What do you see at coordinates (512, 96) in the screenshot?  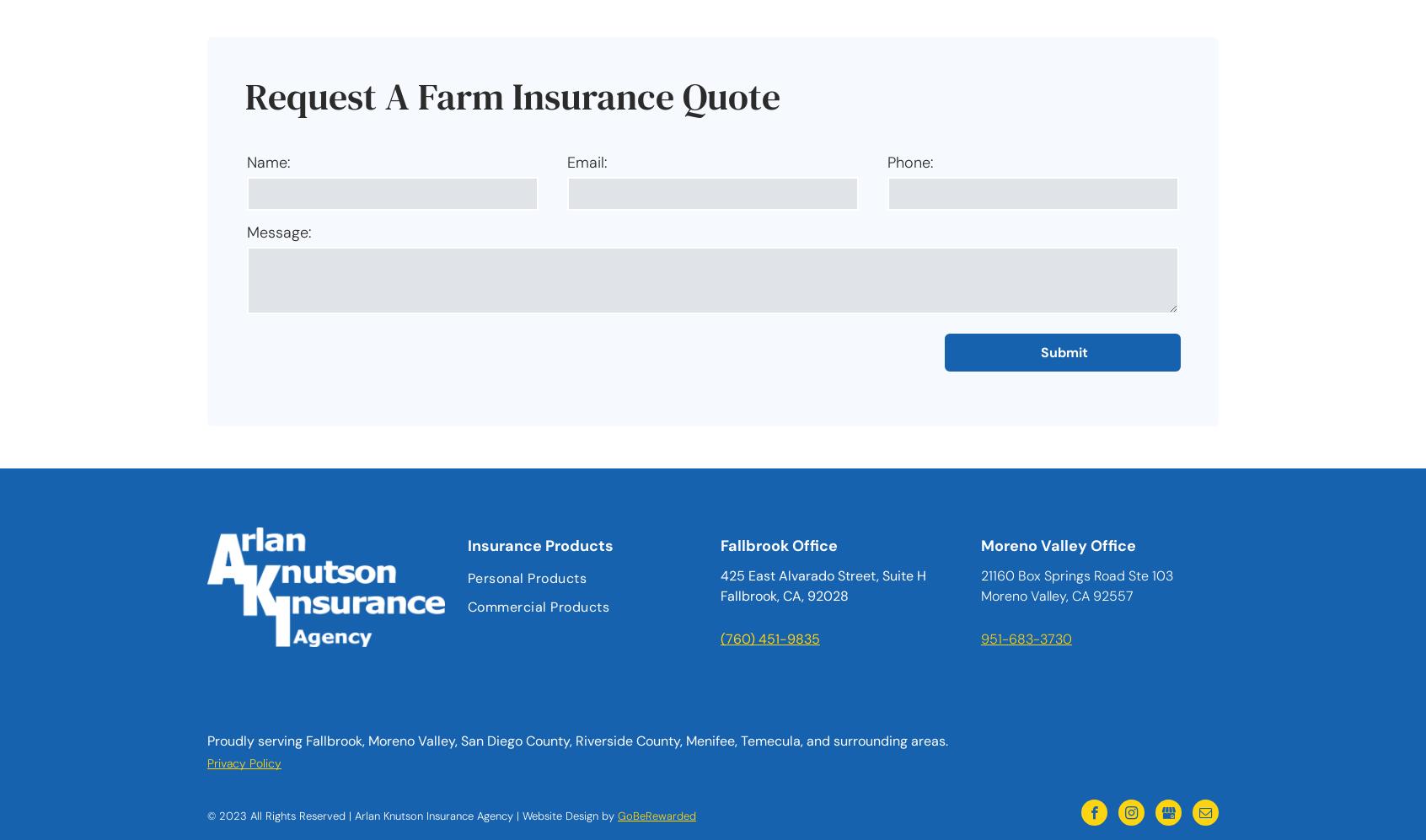 I see `'Request A Farm Insurance Quote'` at bounding box center [512, 96].